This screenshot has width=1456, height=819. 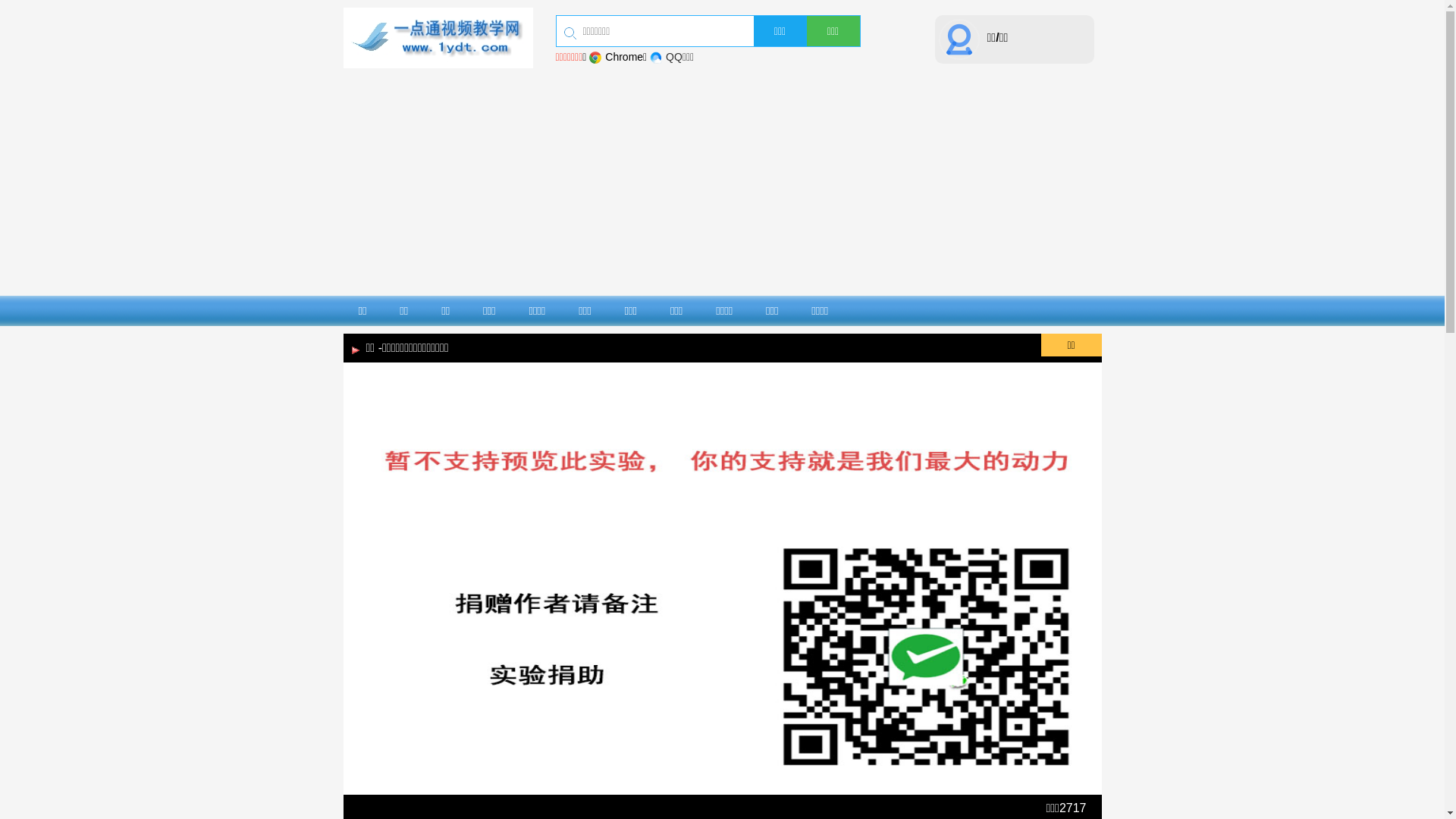 What do you see at coordinates (720, 180) in the screenshot?
I see `'Advertisement'` at bounding box center [720, 180].